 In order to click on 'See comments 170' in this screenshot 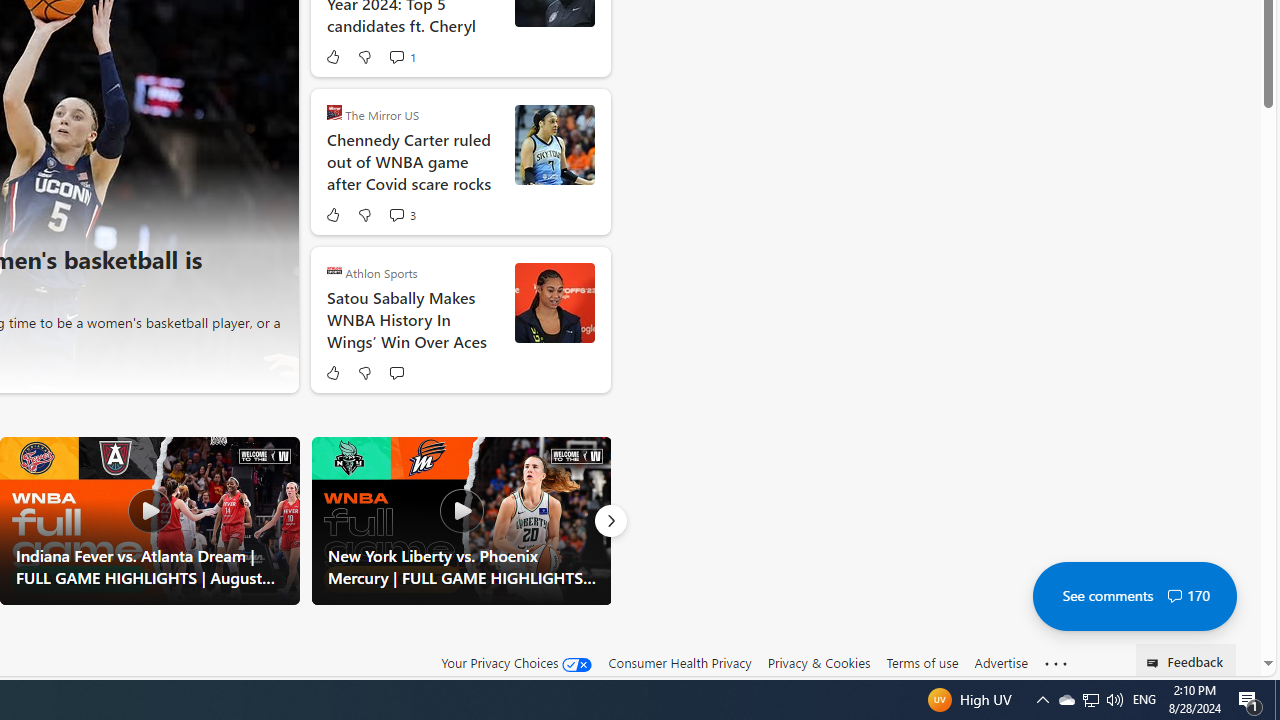, I will do `click(1134, 595)`.